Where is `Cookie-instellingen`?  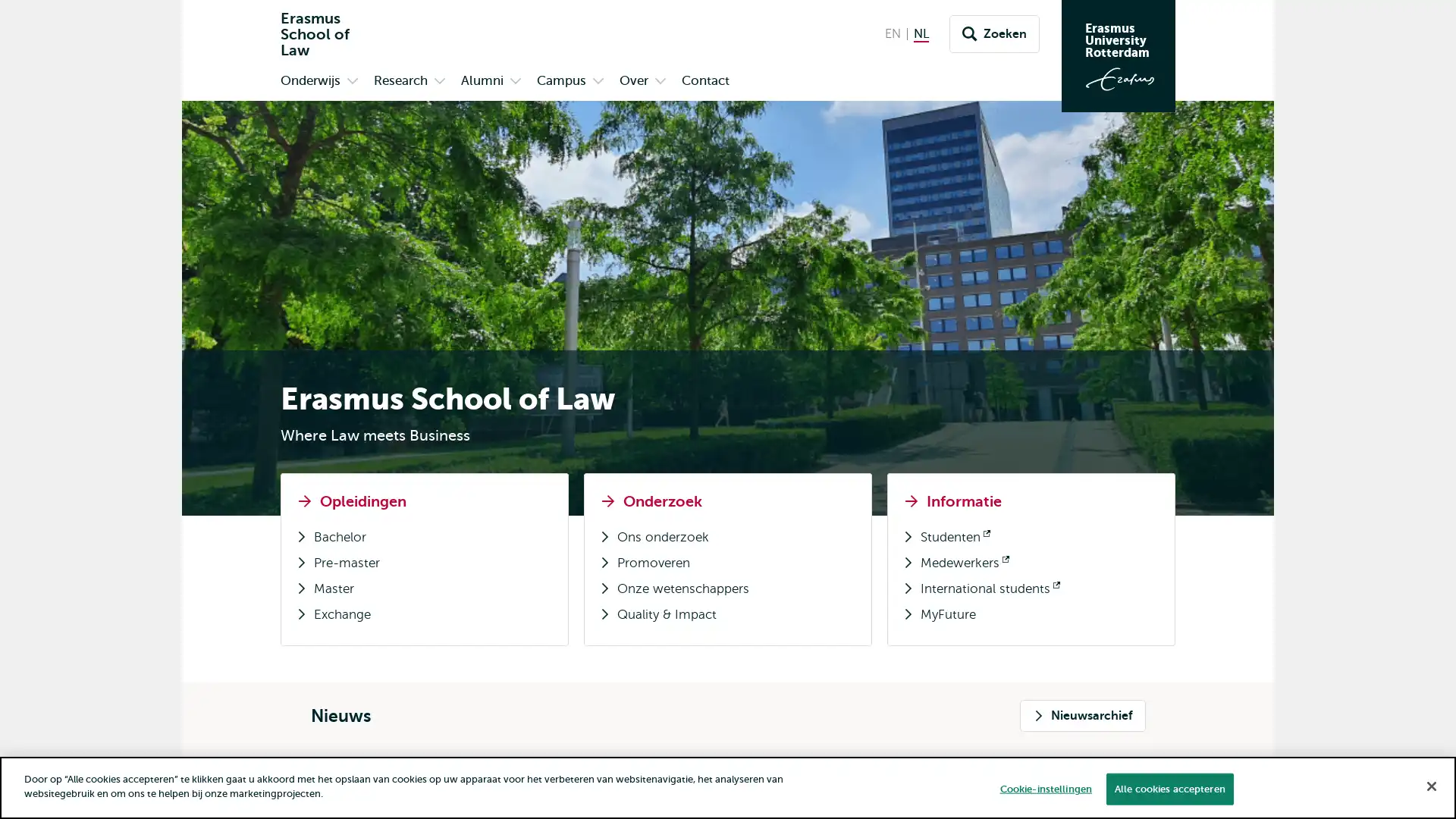
Cookie-instellingen is located at coordinates (1044, 788).